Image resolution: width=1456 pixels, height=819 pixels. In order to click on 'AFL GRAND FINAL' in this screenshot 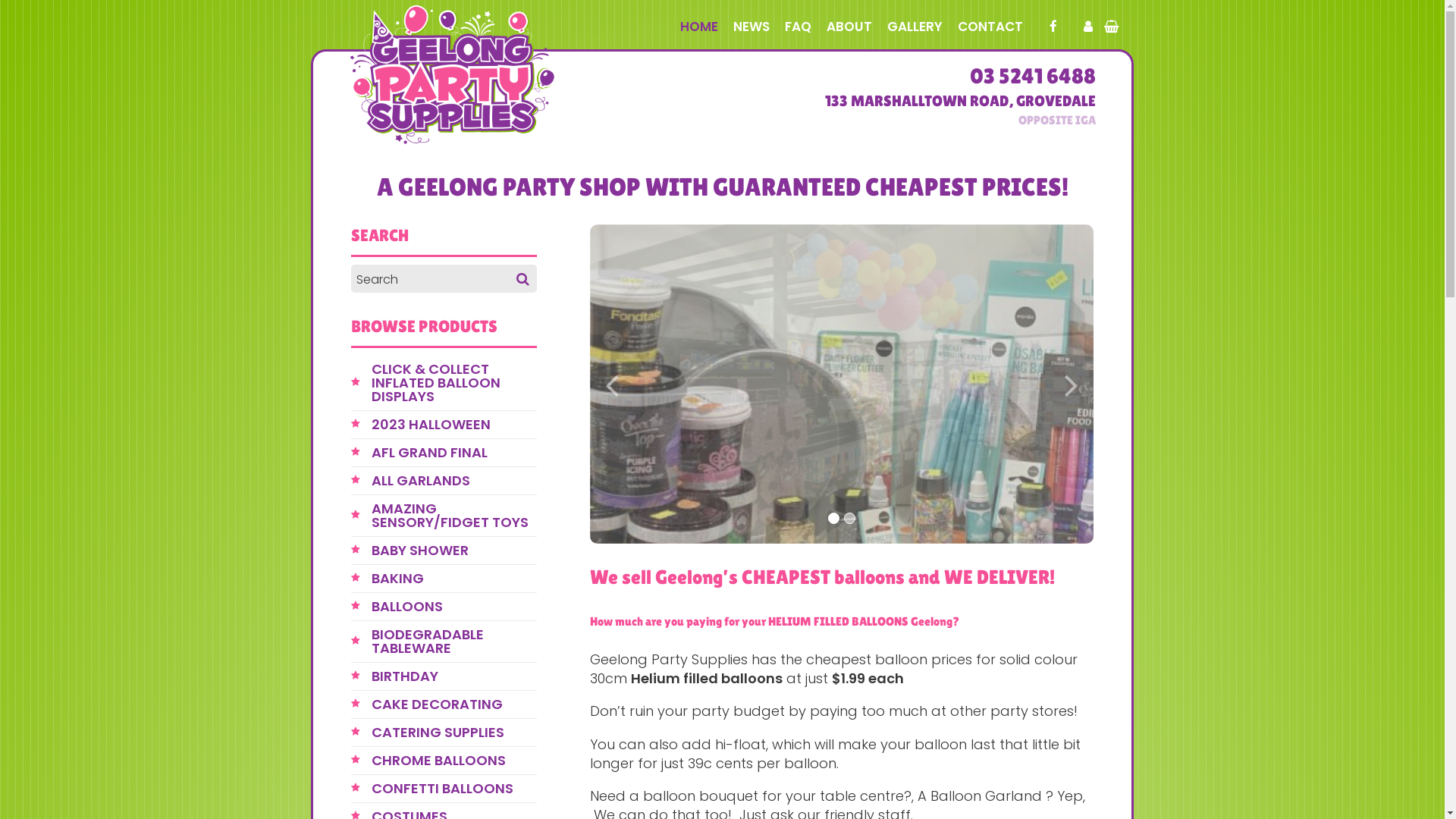, I will do `click(371, 452)`.